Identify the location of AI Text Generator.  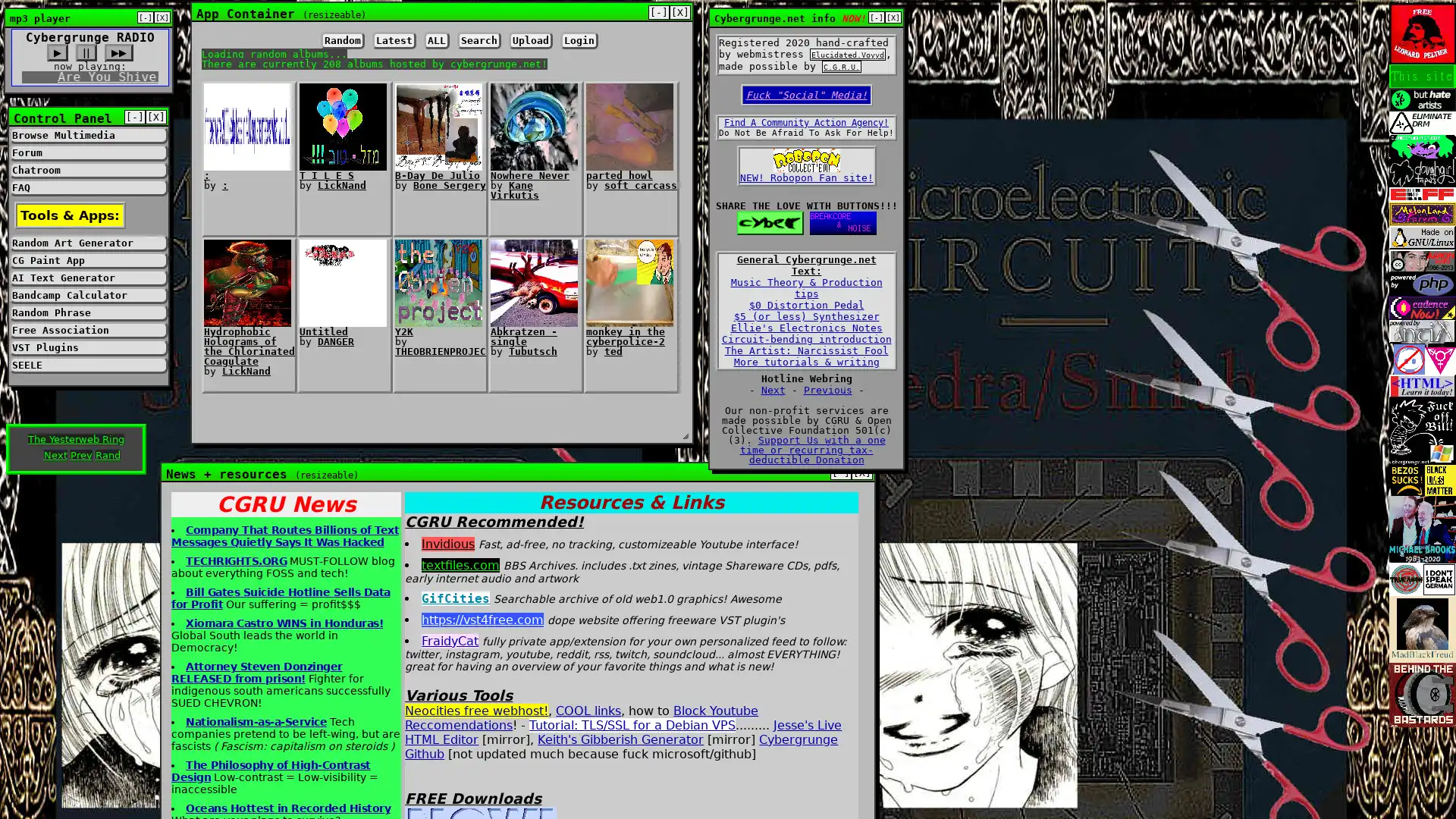
(87, 278).